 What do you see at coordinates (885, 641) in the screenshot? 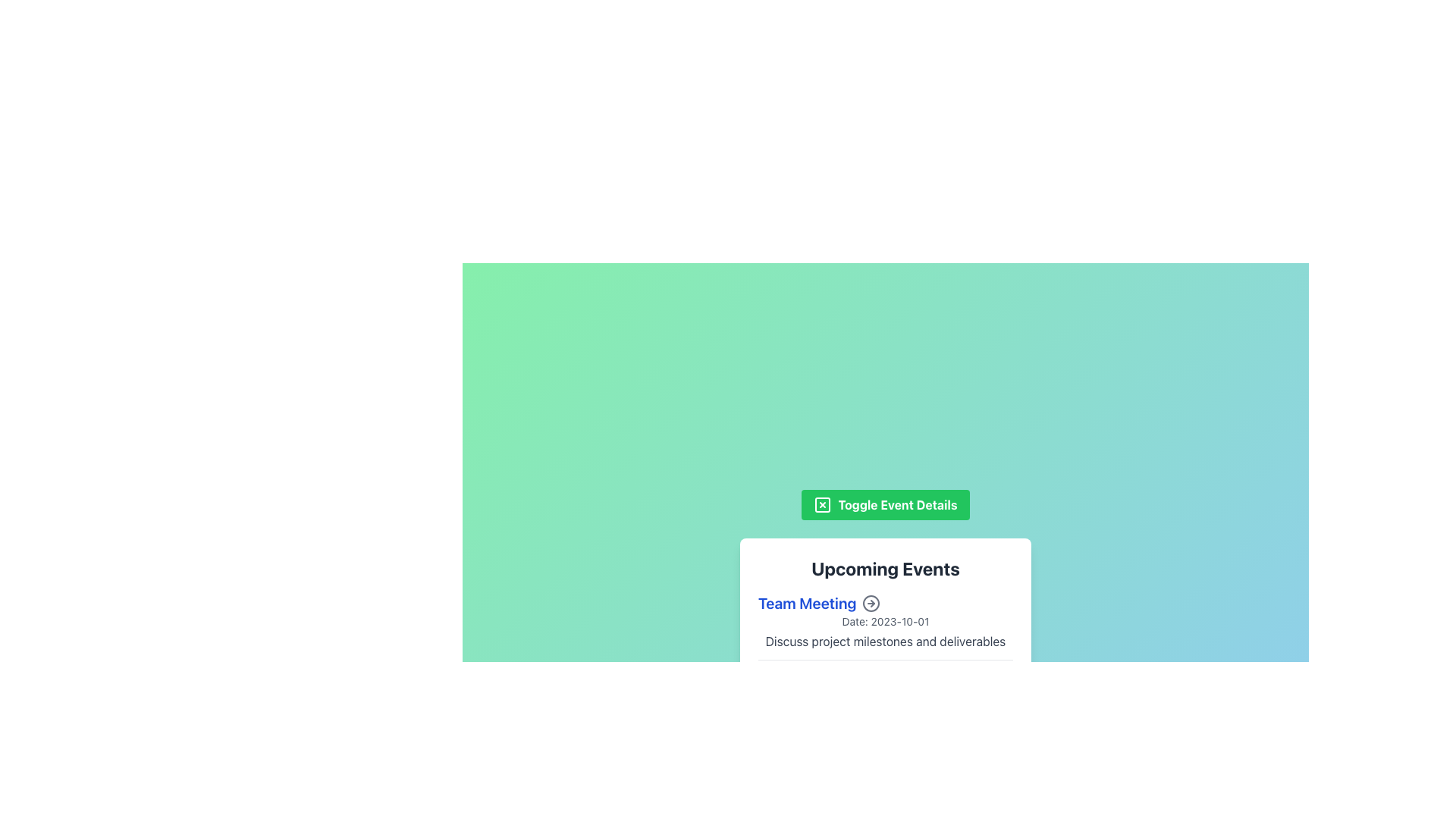
I see `text label that is styled in gray color and smaller font size, located under the section title and date, which reads 'Discuss project milestones and deliverables'` at bounding box center [885, 641].